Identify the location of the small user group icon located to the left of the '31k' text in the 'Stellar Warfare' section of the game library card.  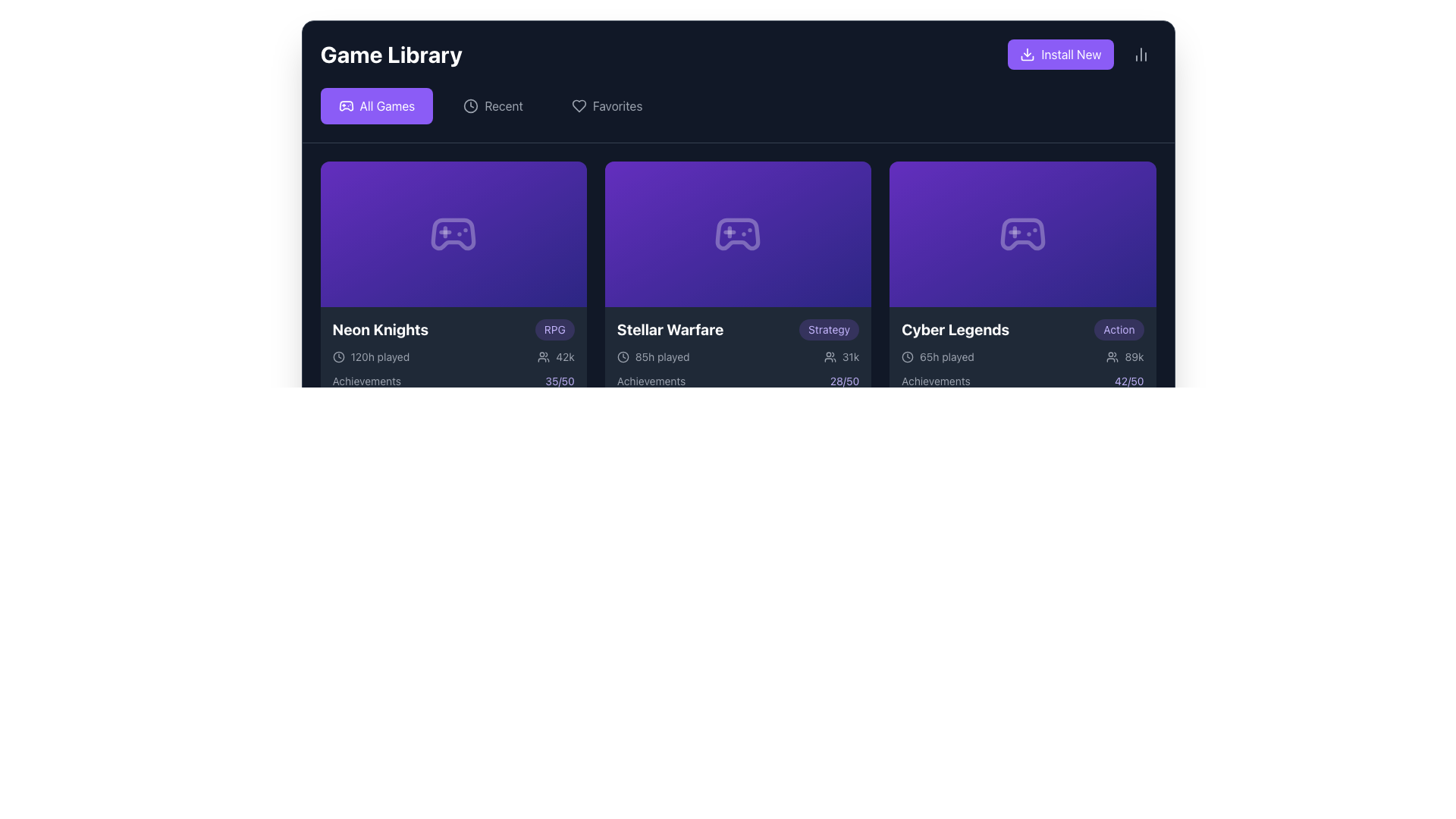
(829, 356).